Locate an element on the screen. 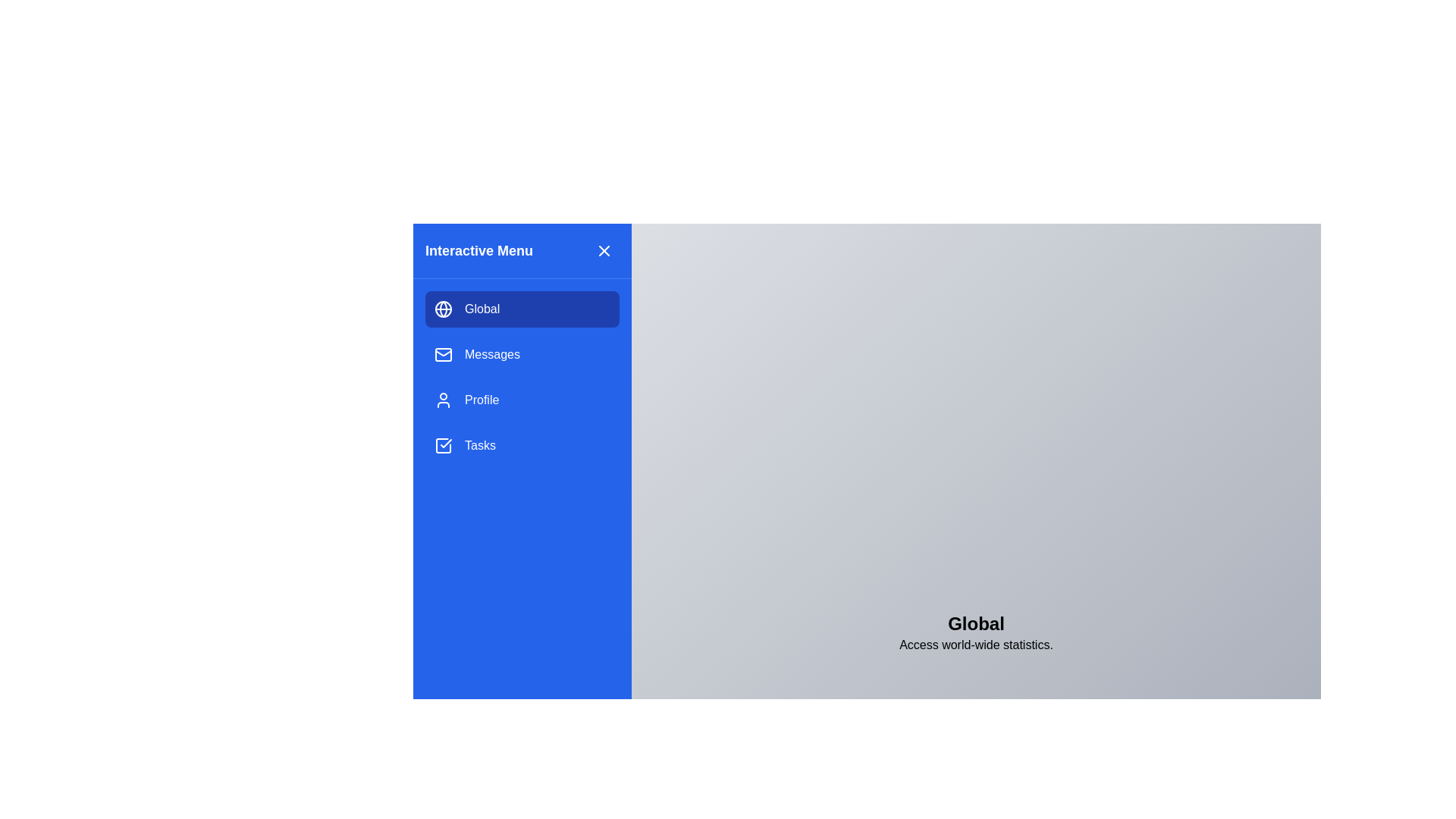 This screenshot has height=819, width=1456. the 'Global' button with a blue background and rounded corners located at the top of the navigation menu is located at coordinates (522, 309).